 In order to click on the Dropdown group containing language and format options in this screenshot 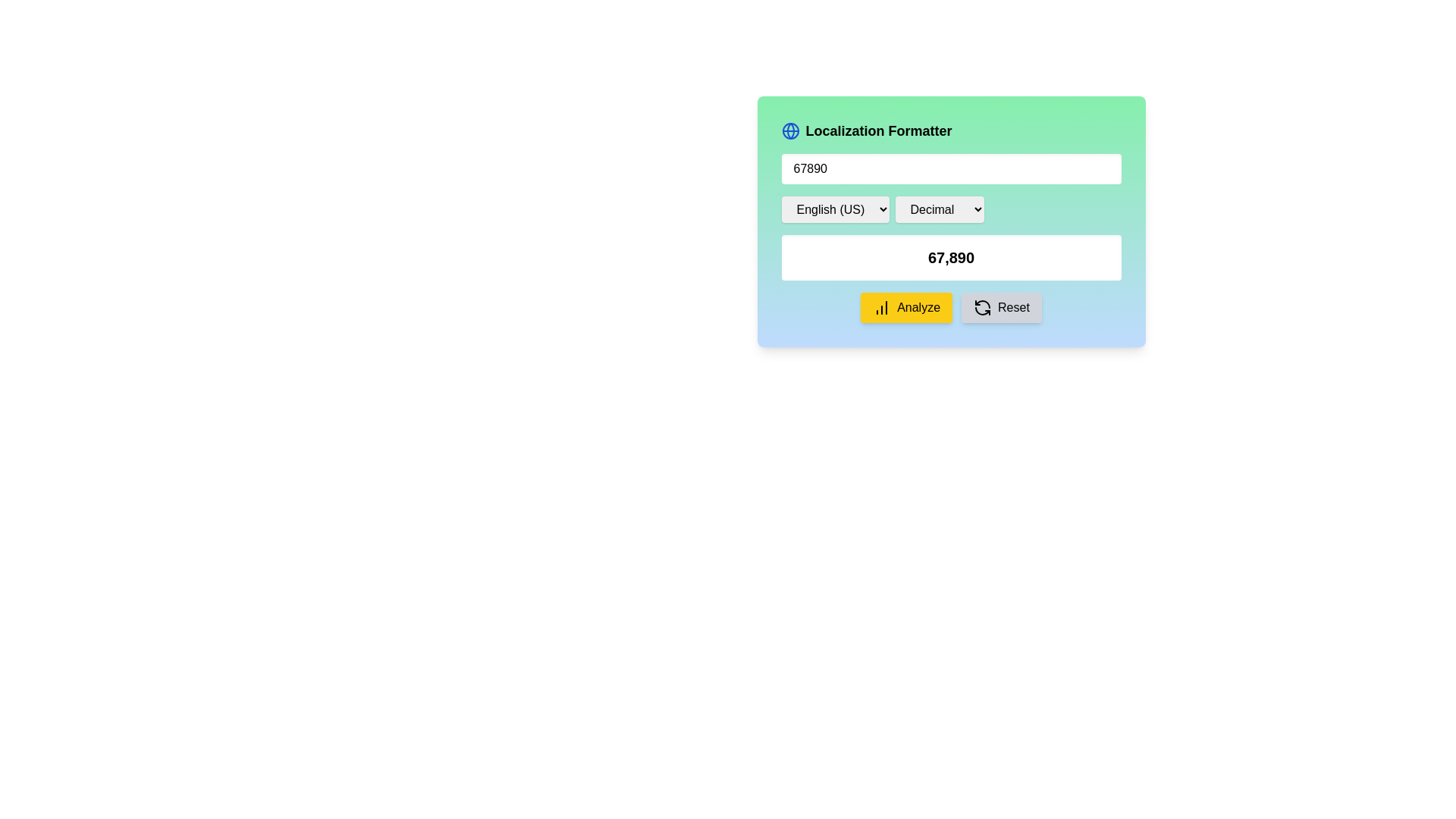, I will do `click(950, 209)`.